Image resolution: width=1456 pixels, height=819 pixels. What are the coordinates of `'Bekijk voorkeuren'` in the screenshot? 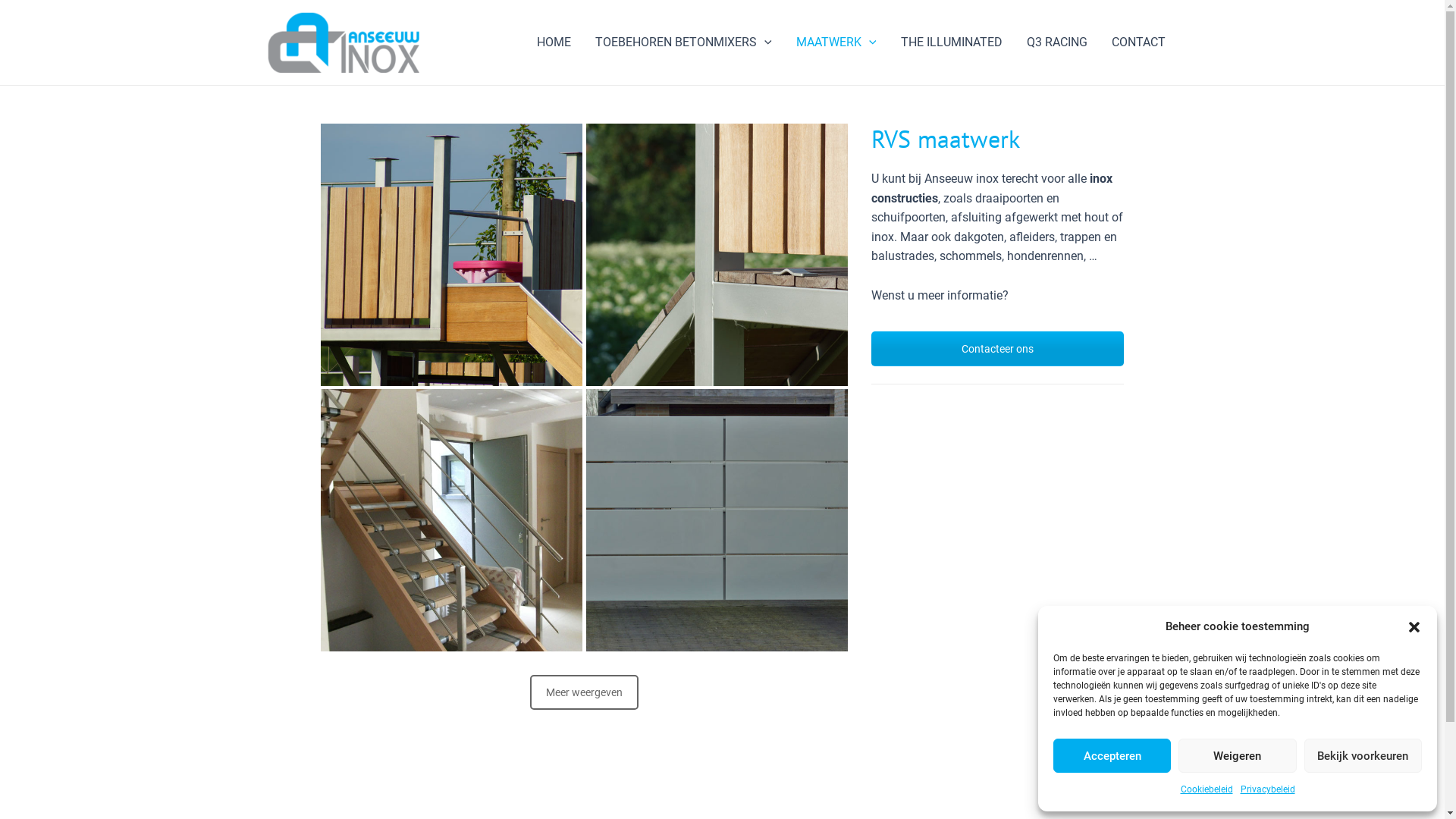 It's located at (1303, 755).